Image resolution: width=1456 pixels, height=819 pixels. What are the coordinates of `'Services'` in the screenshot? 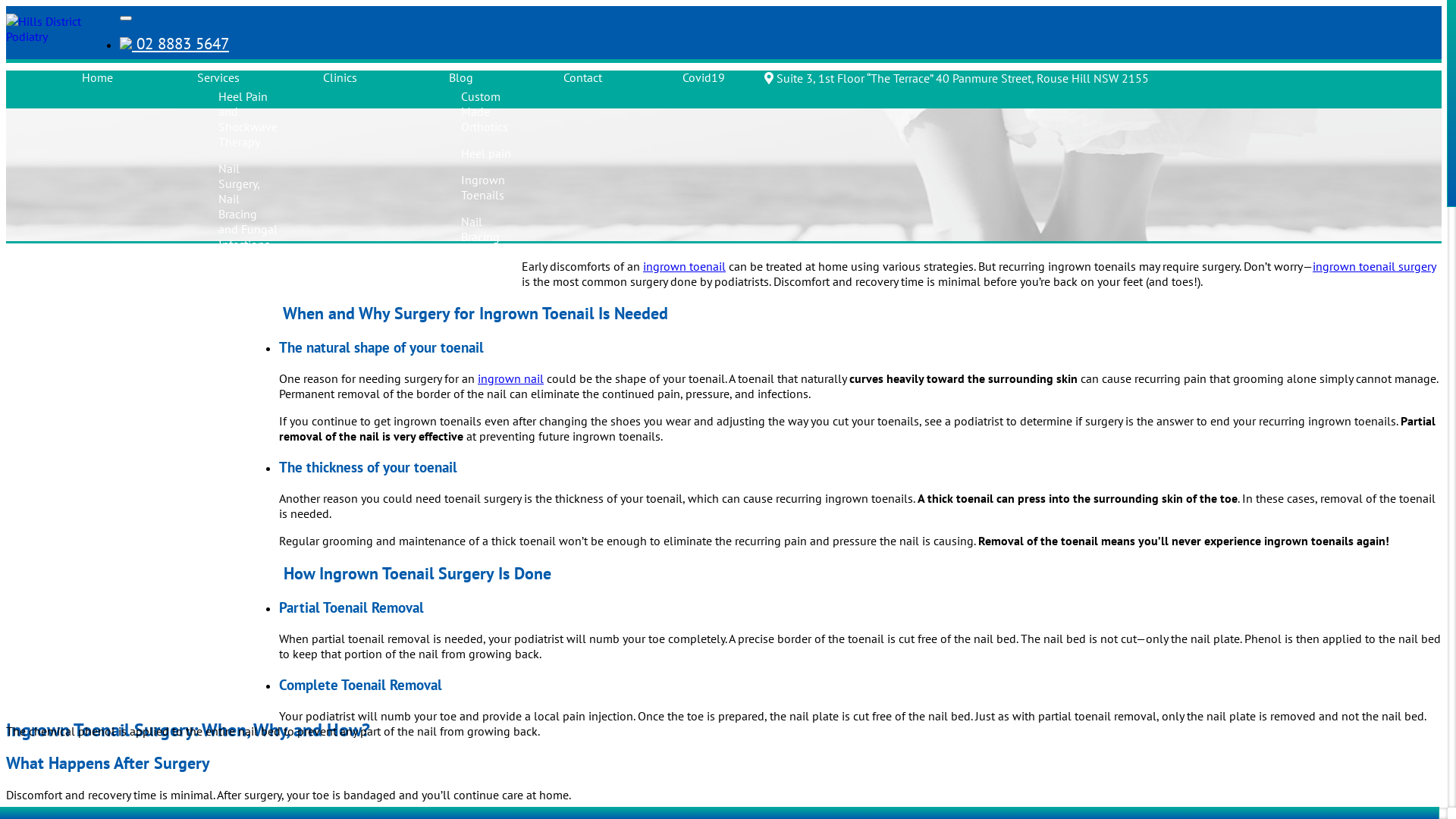 It's located at (218, 77).